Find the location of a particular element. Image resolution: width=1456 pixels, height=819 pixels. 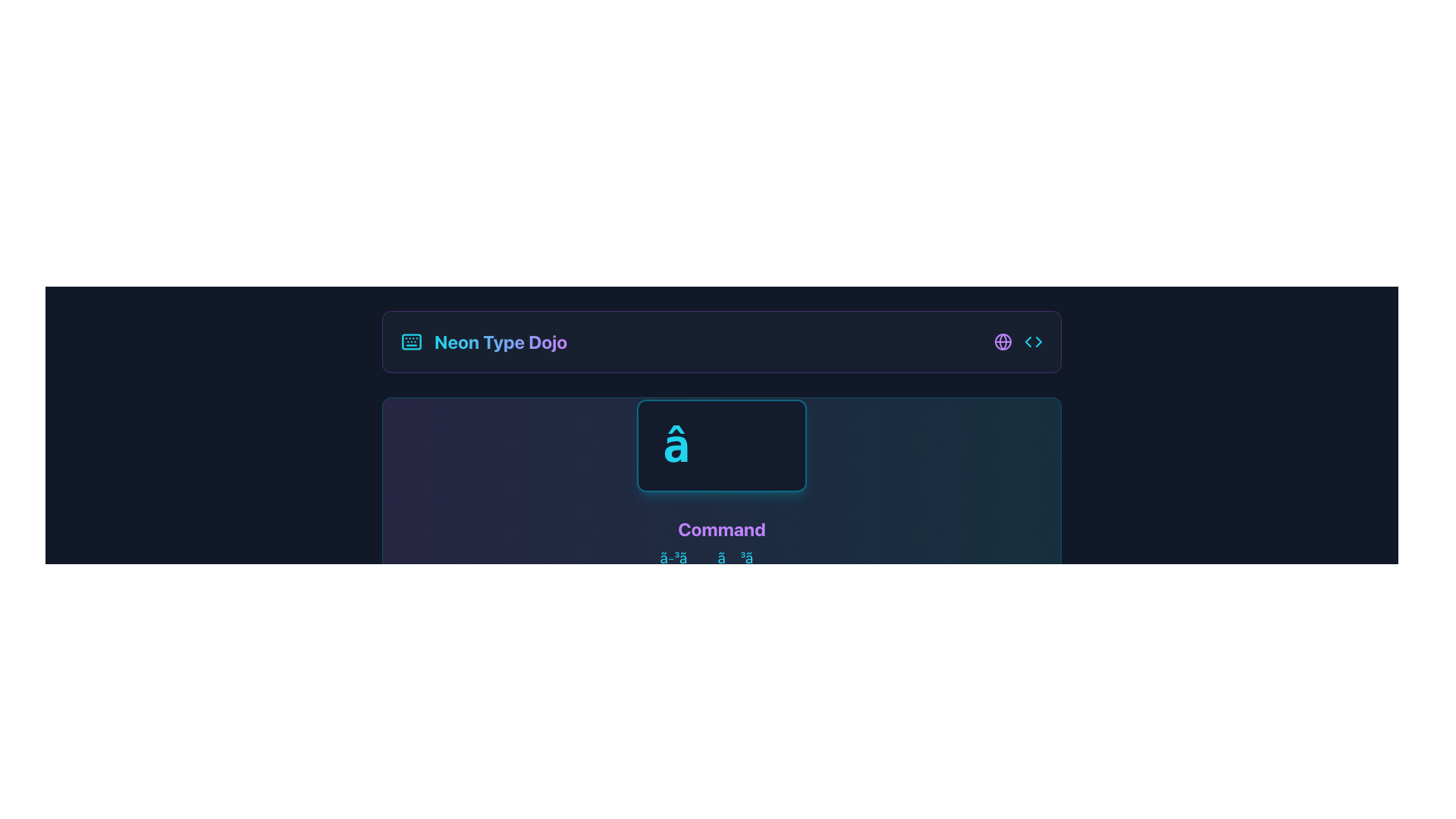

the second icon in the top-right section of the interface that represents code-related functionality is located at coordinates (1033, 342).